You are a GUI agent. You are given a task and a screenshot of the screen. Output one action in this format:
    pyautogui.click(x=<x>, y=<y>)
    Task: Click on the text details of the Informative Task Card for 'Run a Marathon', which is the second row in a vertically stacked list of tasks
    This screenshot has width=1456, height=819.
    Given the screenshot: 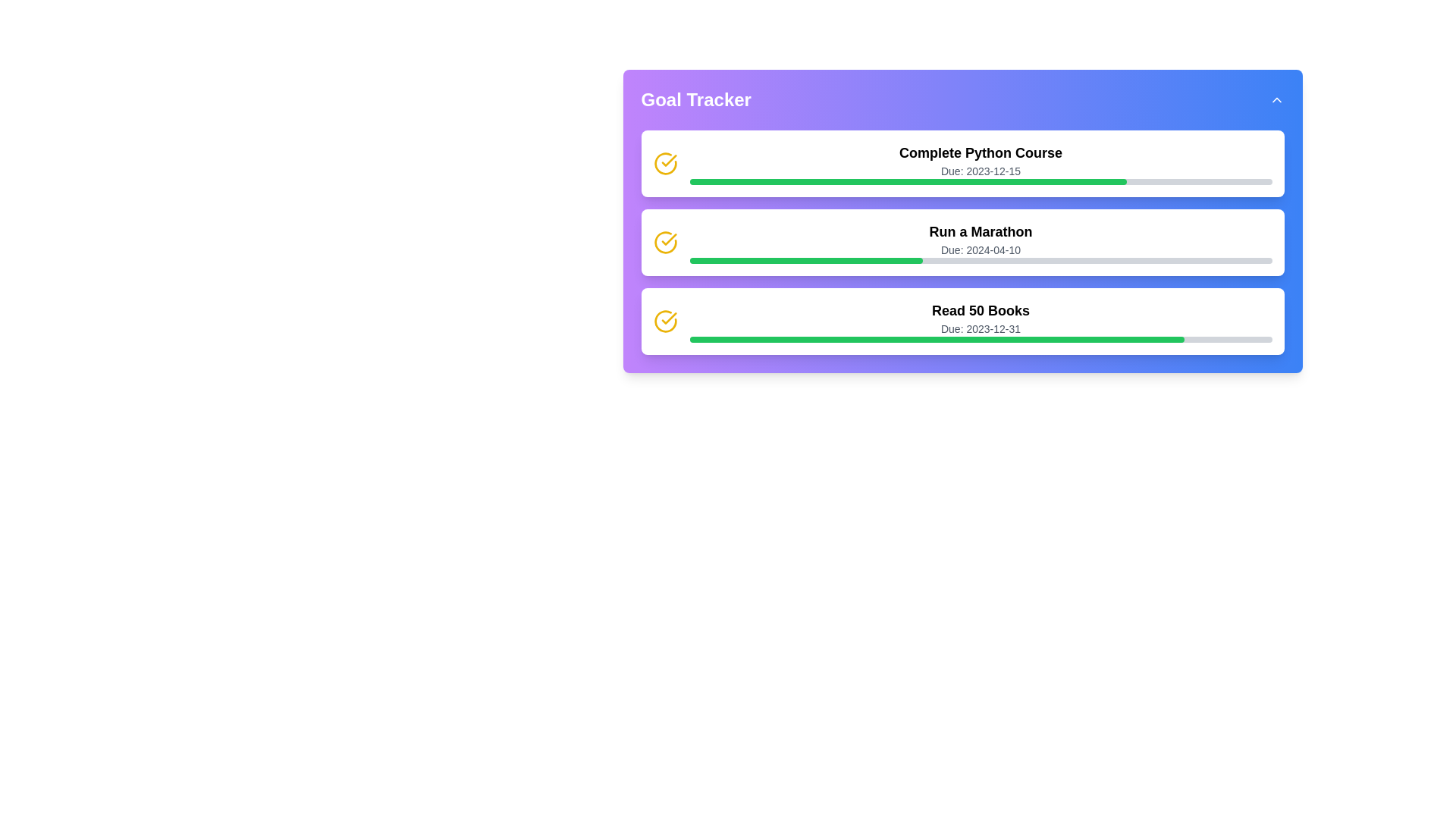 What is the action you would take?
    pyautogui.click(x=981, y=242)
    